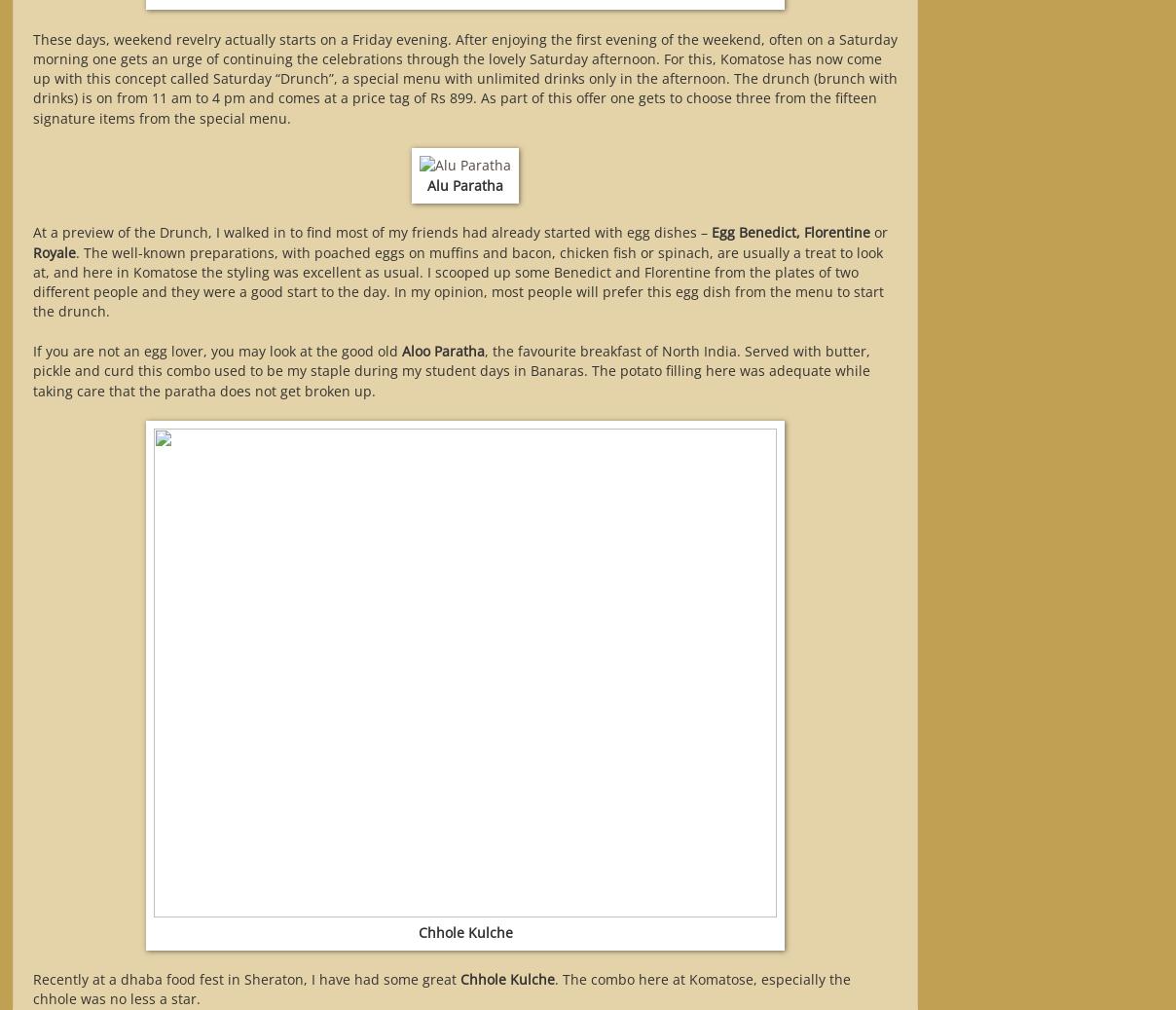 This screenshot has width=1176, height=1010. Describe the element at coordinates (31, 989) in the screenshot. I see `'. The combo here at Komatose, especially the chhole was no less a star.'` at that location.